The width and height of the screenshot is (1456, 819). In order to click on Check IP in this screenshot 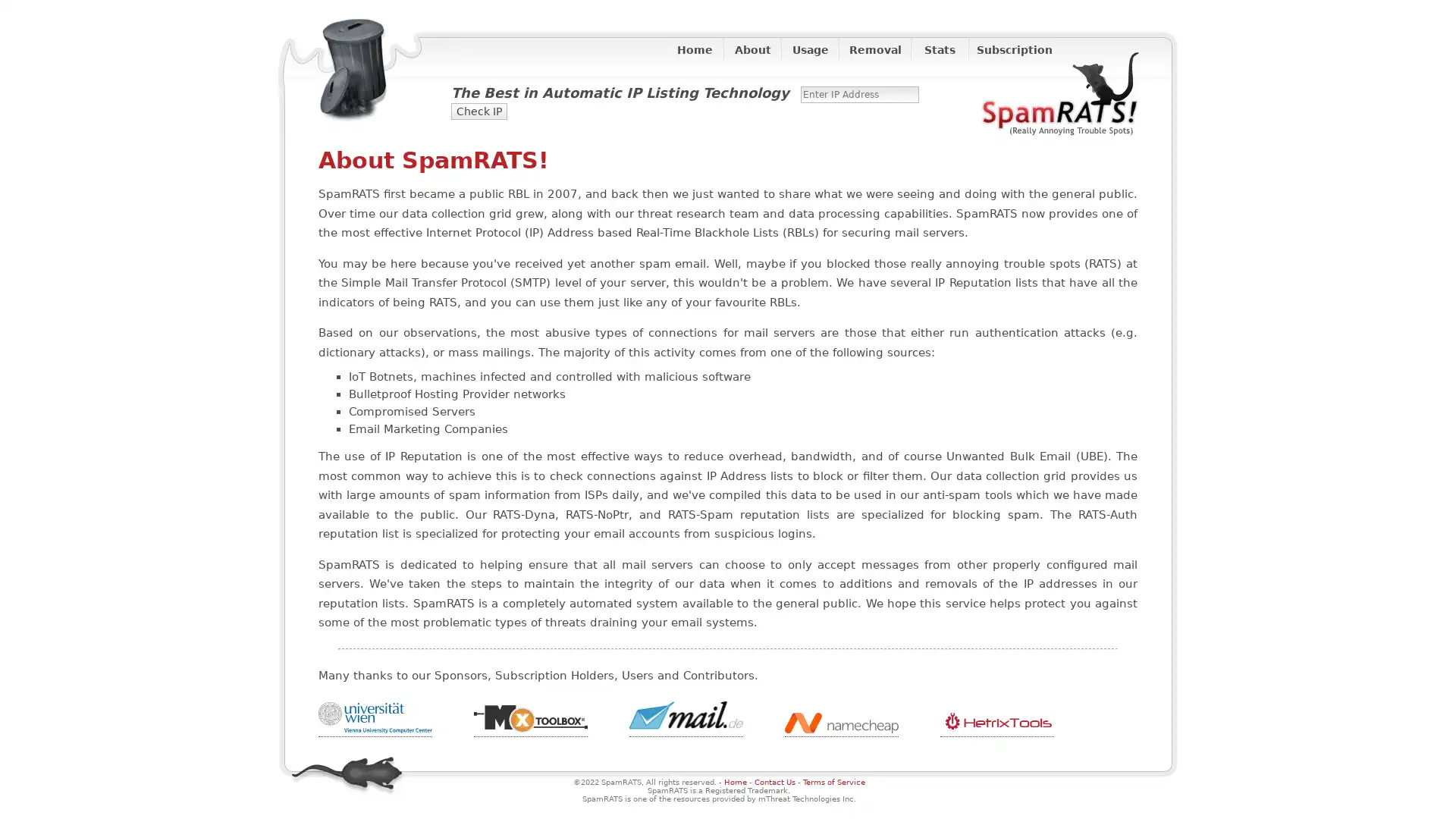, I will do `click(479, 110)`.